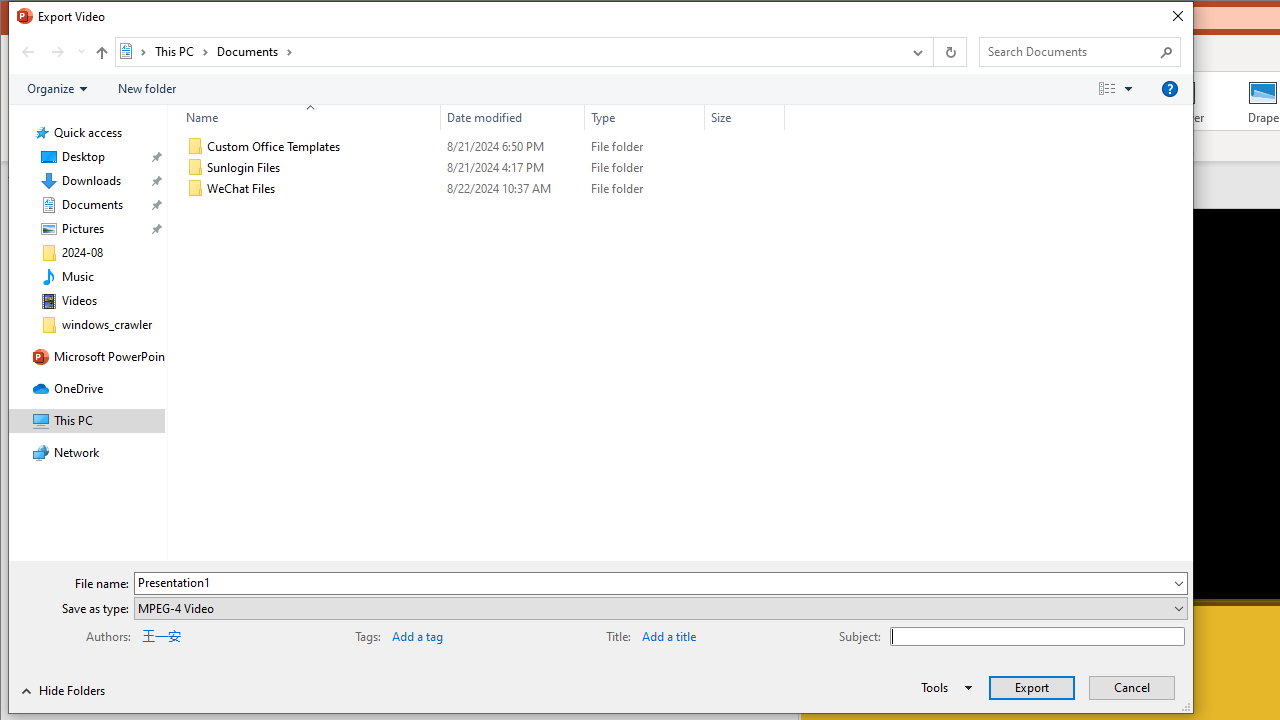  I want to click on 'Type', so click(645, 117).